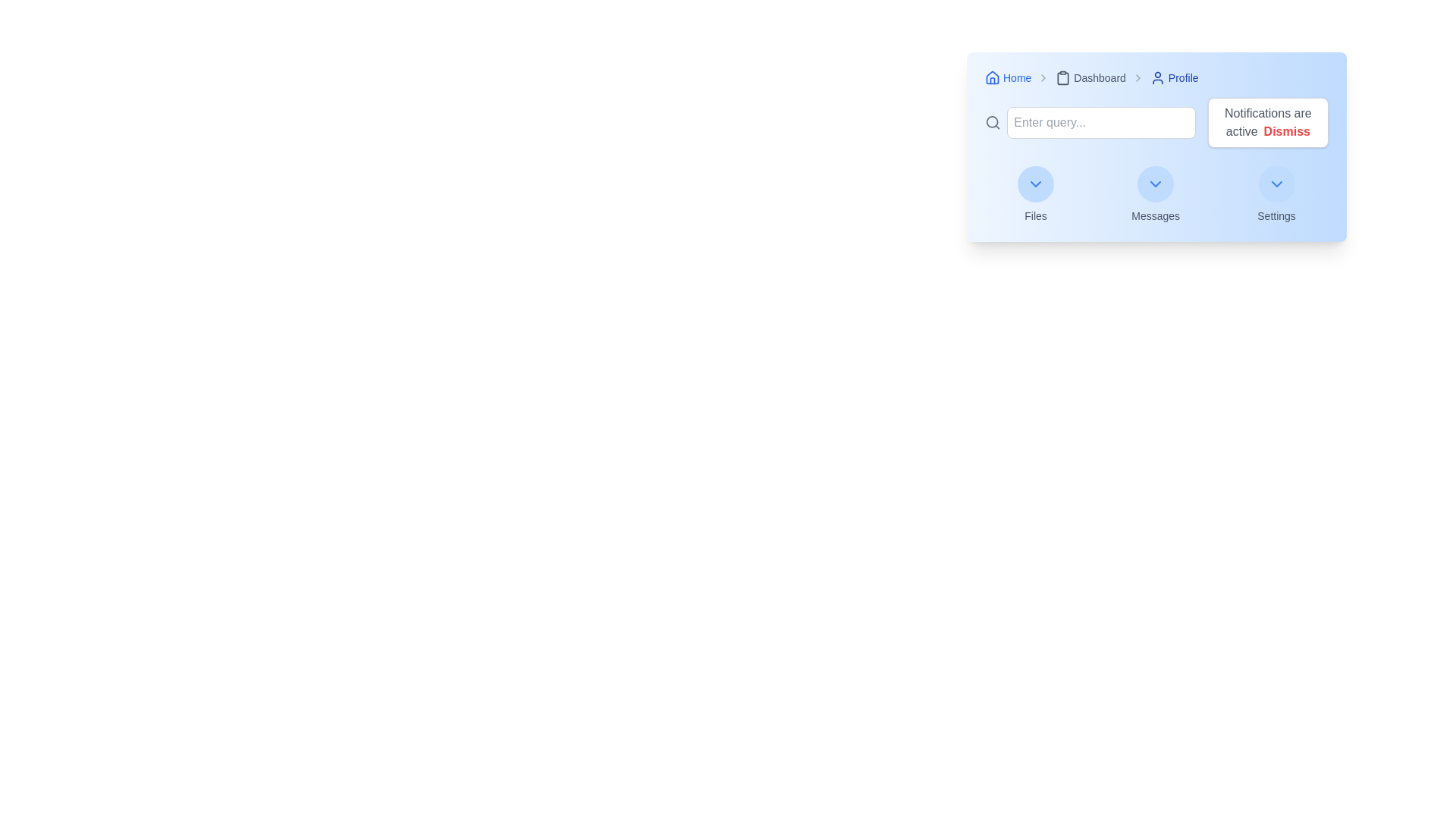 The image size is (1456, 819). What do you see at coordinates (1043, 78) in the screenshot?
I see `the Decorative Chevron Icon located between 'Home' and 'Dashboard' in the breadcrumb navigation bar` at bounding box center [1043, 78].